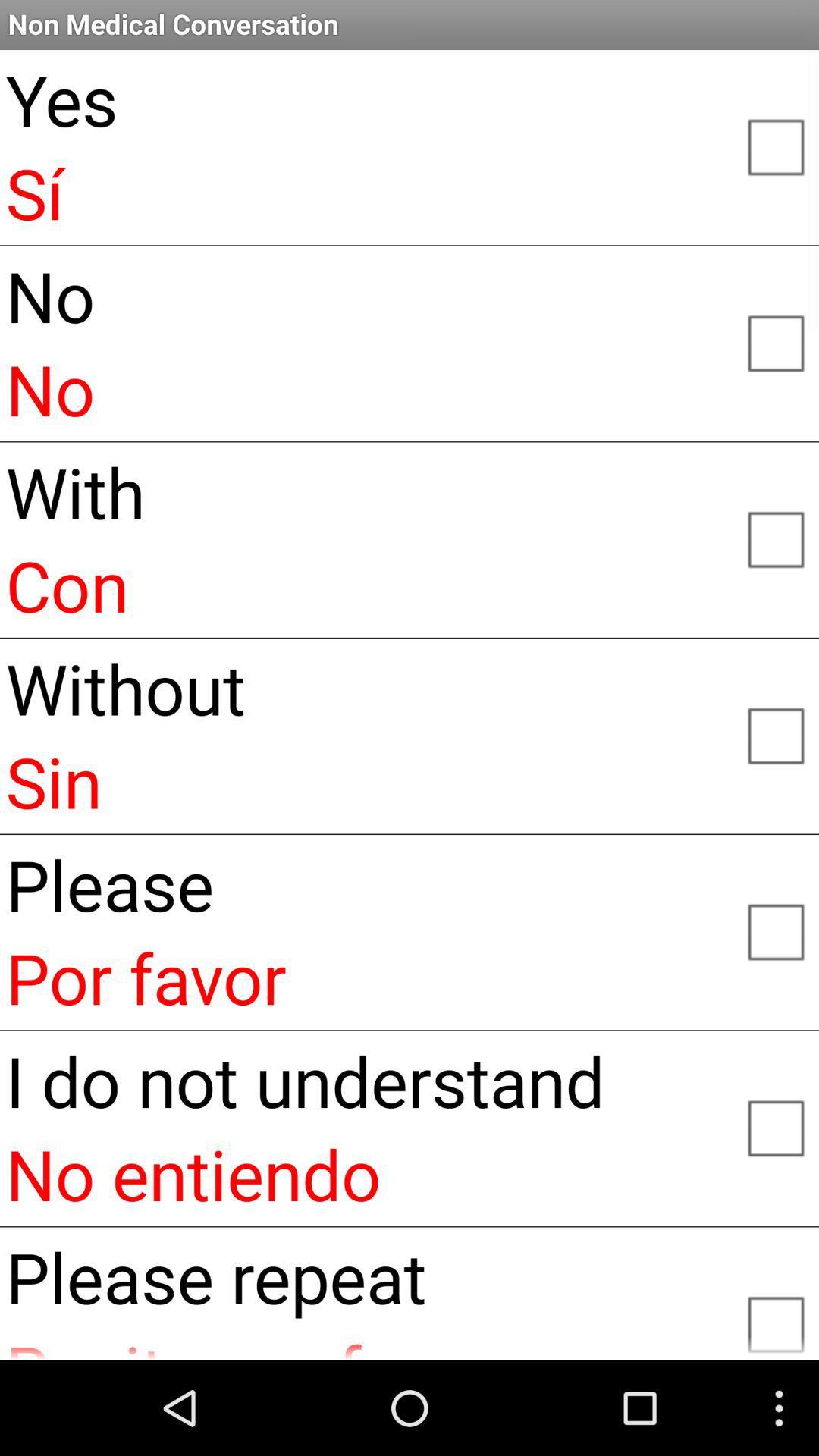 The width and height of the screenshot is (819, 1456). Describe the element at coordinates (775, 930) in the screenshot. I see `its a box that helps translate please` at that location.